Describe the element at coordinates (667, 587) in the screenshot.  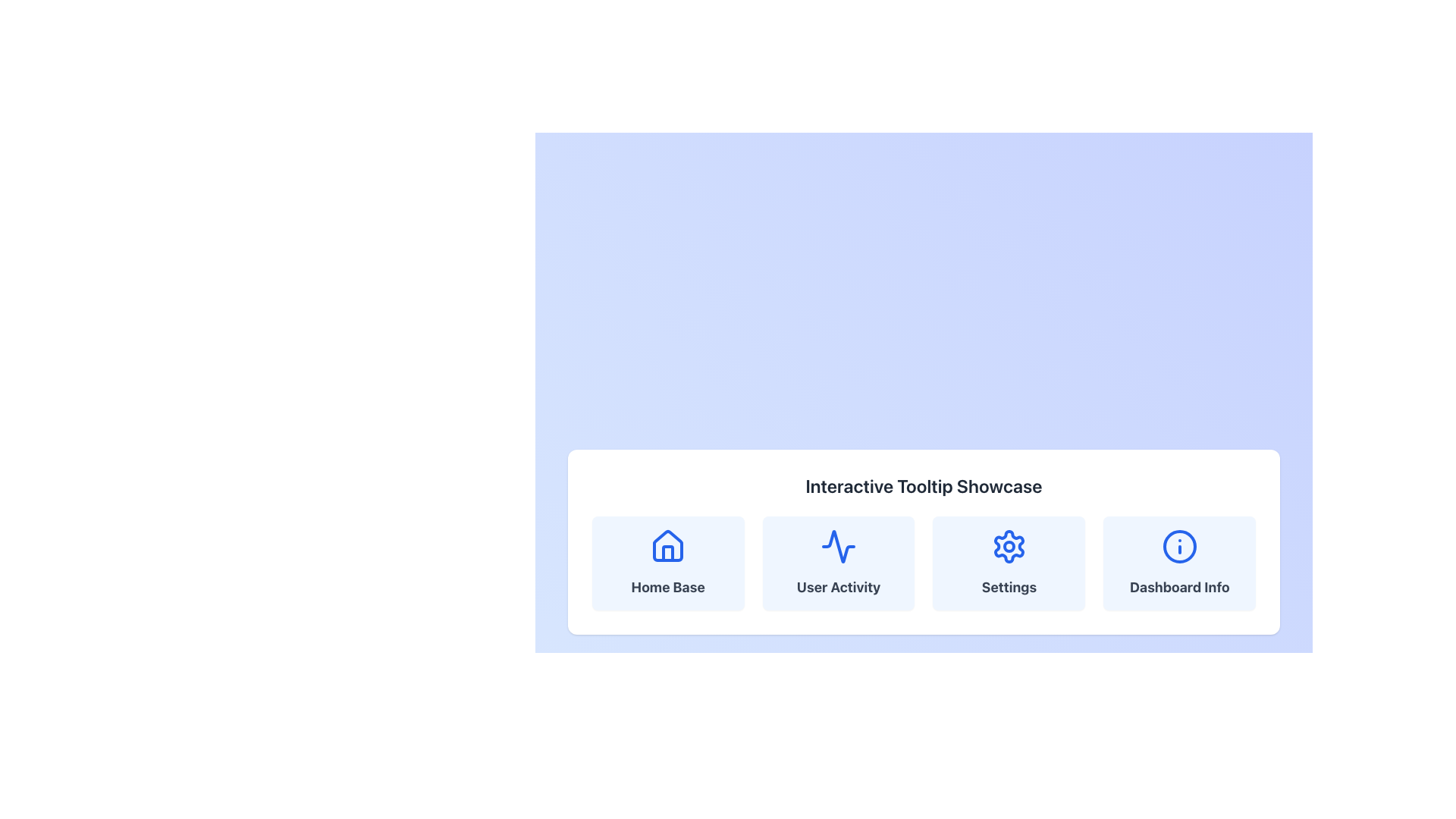
I see `text label that describes the functionality of the 'Home Base' icon, located at the bottom of the first column in the horizontal layout of labeled items` at that location.